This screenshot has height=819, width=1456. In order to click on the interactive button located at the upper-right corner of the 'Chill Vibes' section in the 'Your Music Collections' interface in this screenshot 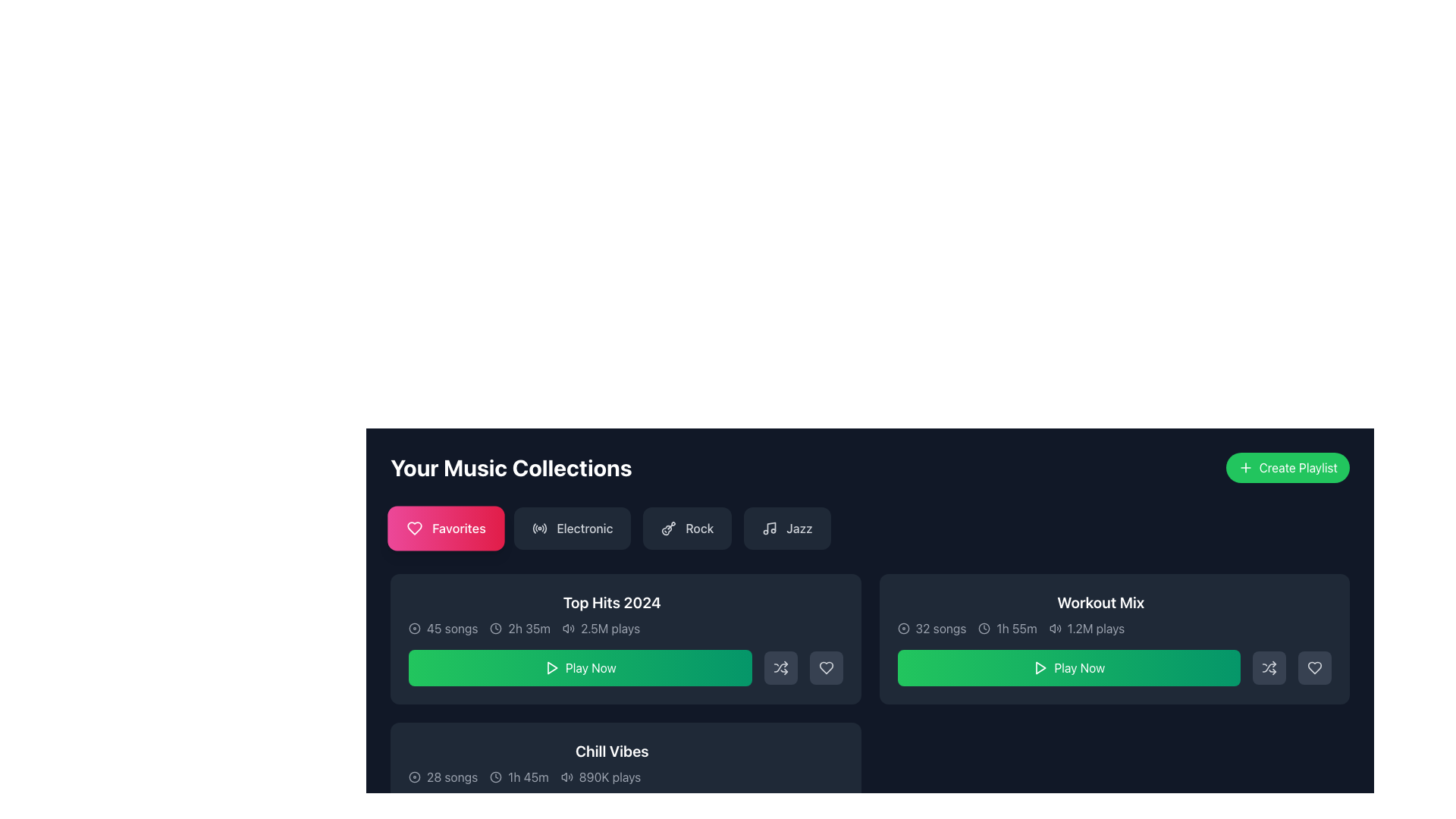, I will do `click(828, 755)`.